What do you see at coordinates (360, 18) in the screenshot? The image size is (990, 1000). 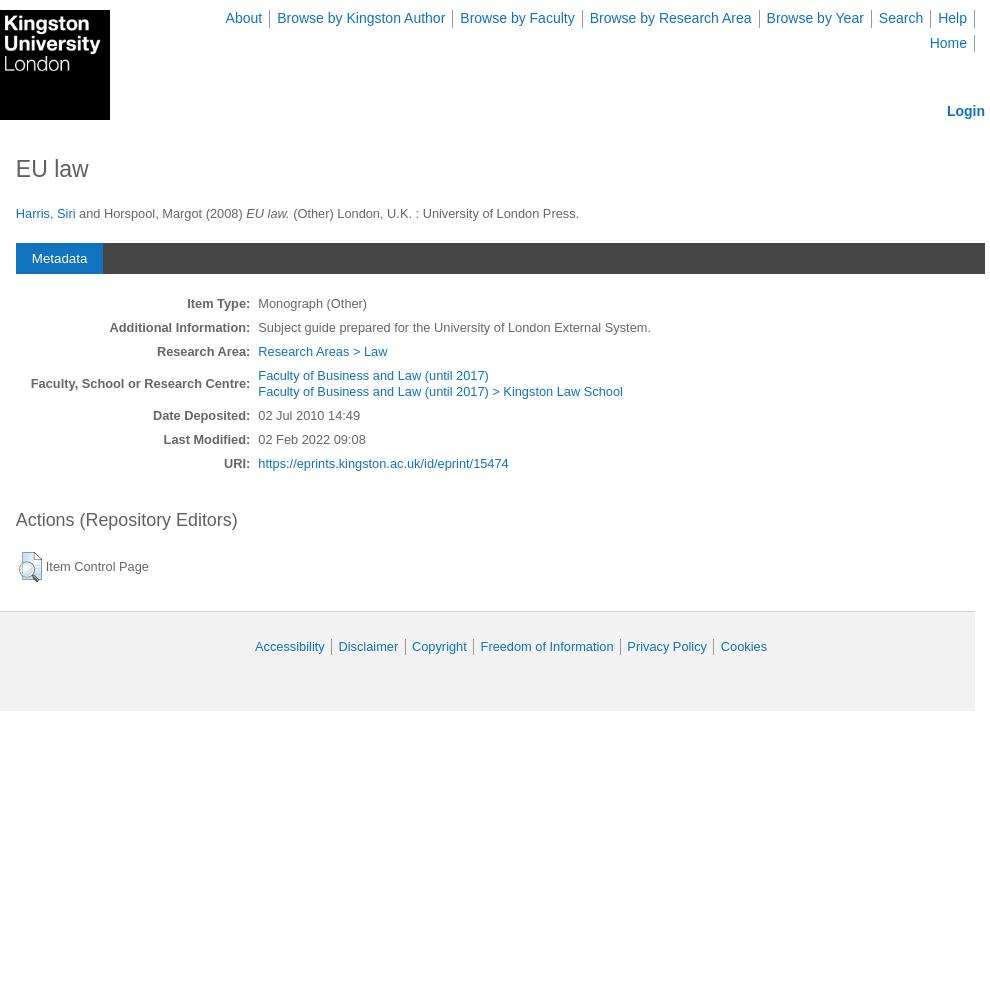 I see `'Browse by Kingston Author'` at bounding box center [360, 18].